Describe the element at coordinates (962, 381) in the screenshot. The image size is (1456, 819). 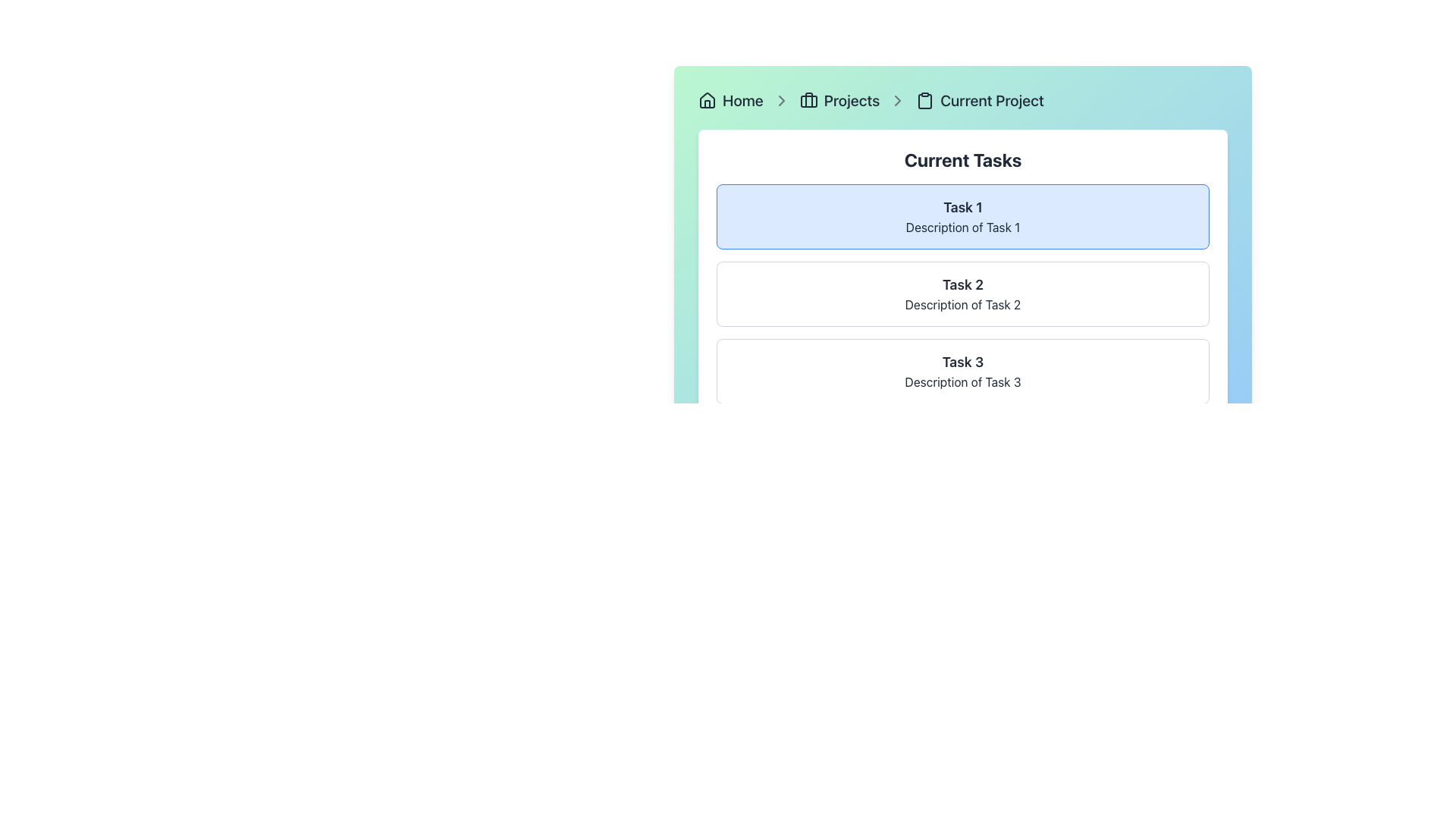
I see `the static text element labeled 'Description of Task 3', which provides additional information about the task, positioned beneath 'Task 3'` at that location.